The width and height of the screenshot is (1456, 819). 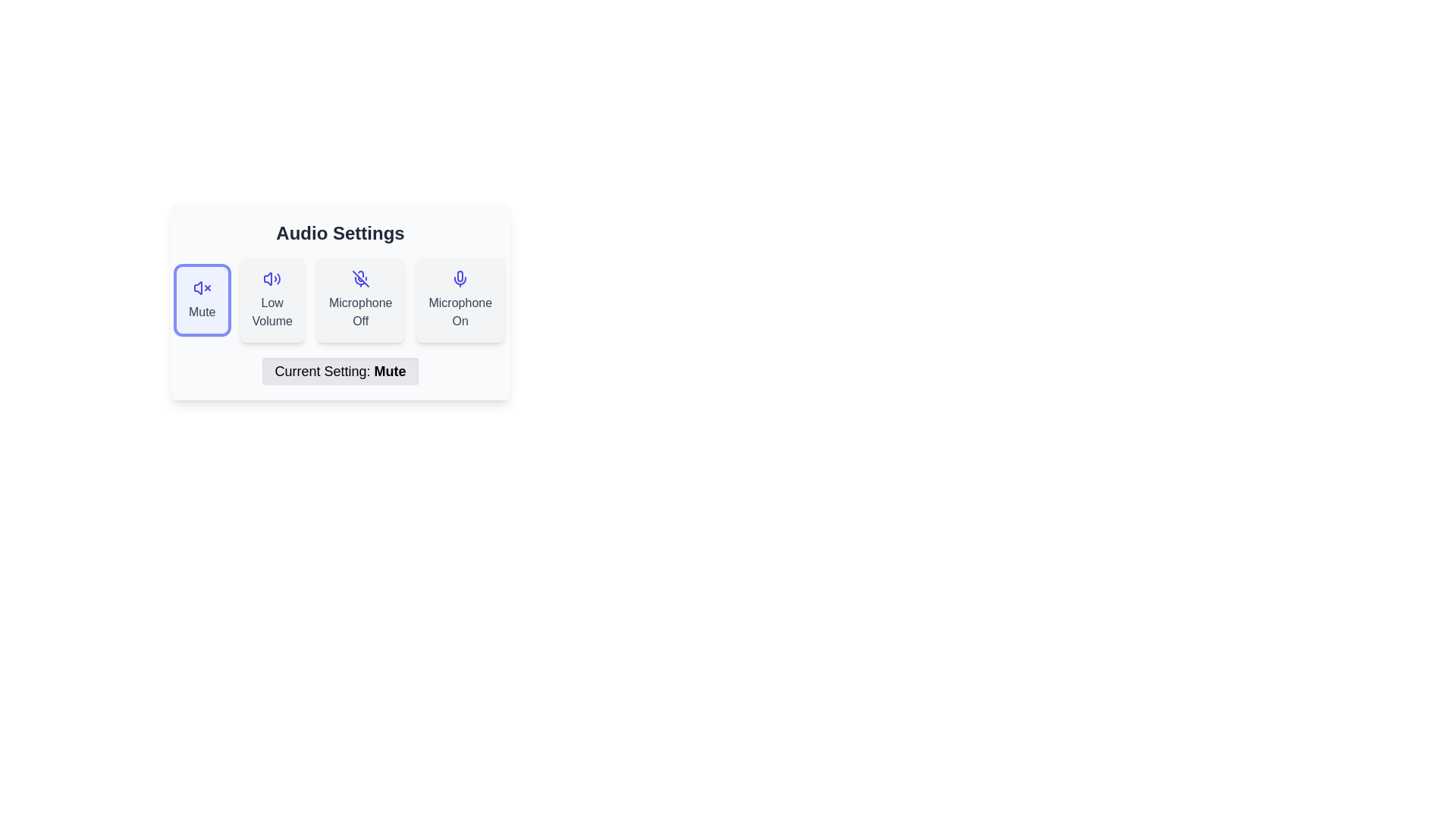 I want to click on the 'low sound' icon in the audio settings section, so click(x=272, y=278).